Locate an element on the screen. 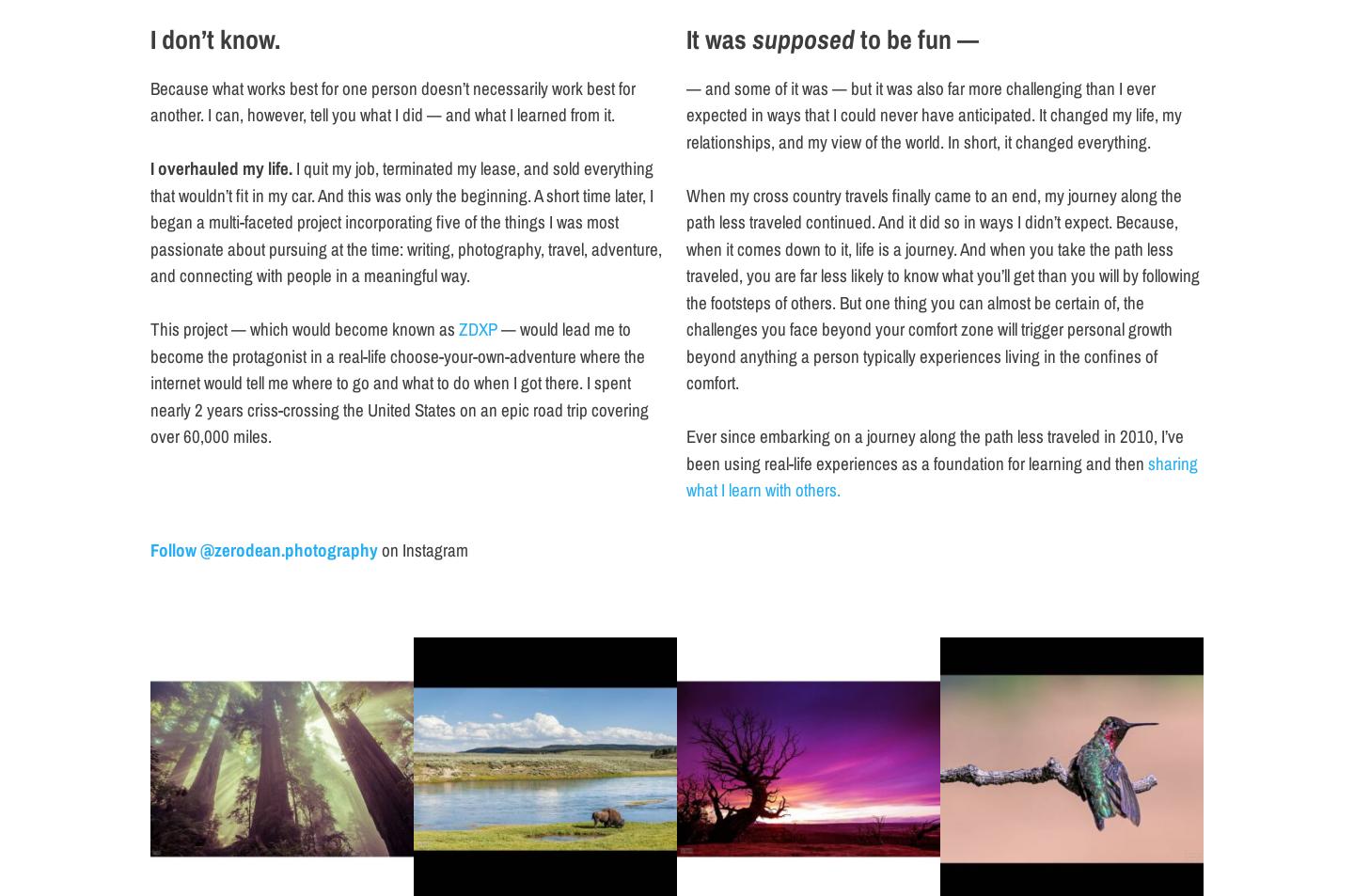  'Follow @zerodean.photography' is located at coordinates (262, 548).